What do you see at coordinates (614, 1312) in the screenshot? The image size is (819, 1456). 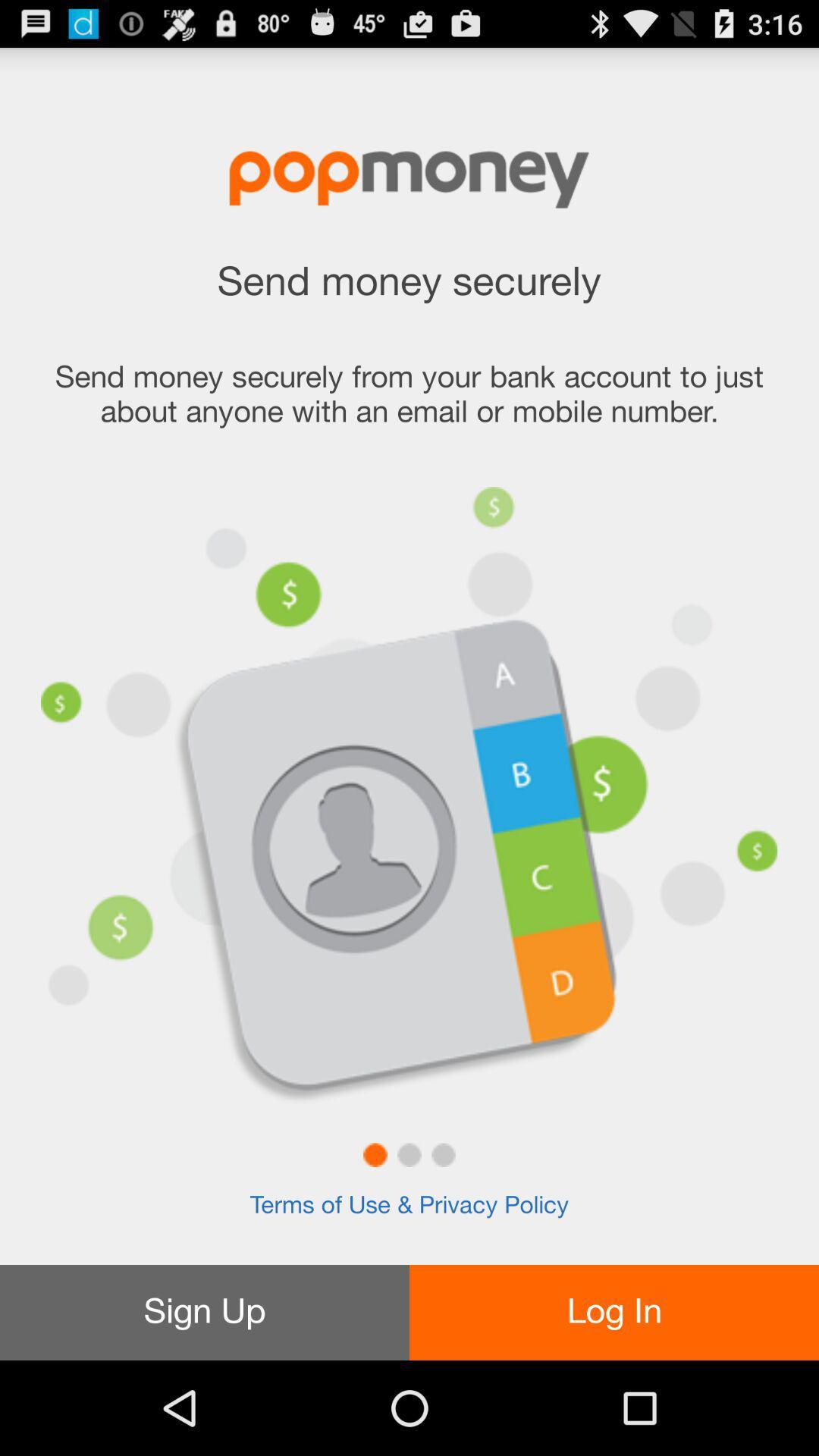 I see `the icon at the bottom right corner` at bounding box center [614, 1312].